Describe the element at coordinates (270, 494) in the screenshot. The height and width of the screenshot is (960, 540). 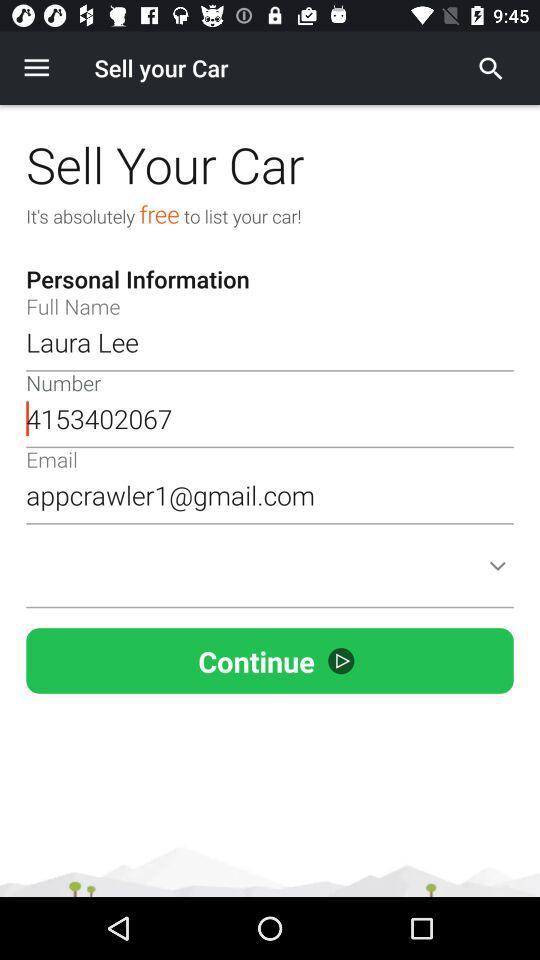
I see `the appcrawler1@gmail.com item` at that location.